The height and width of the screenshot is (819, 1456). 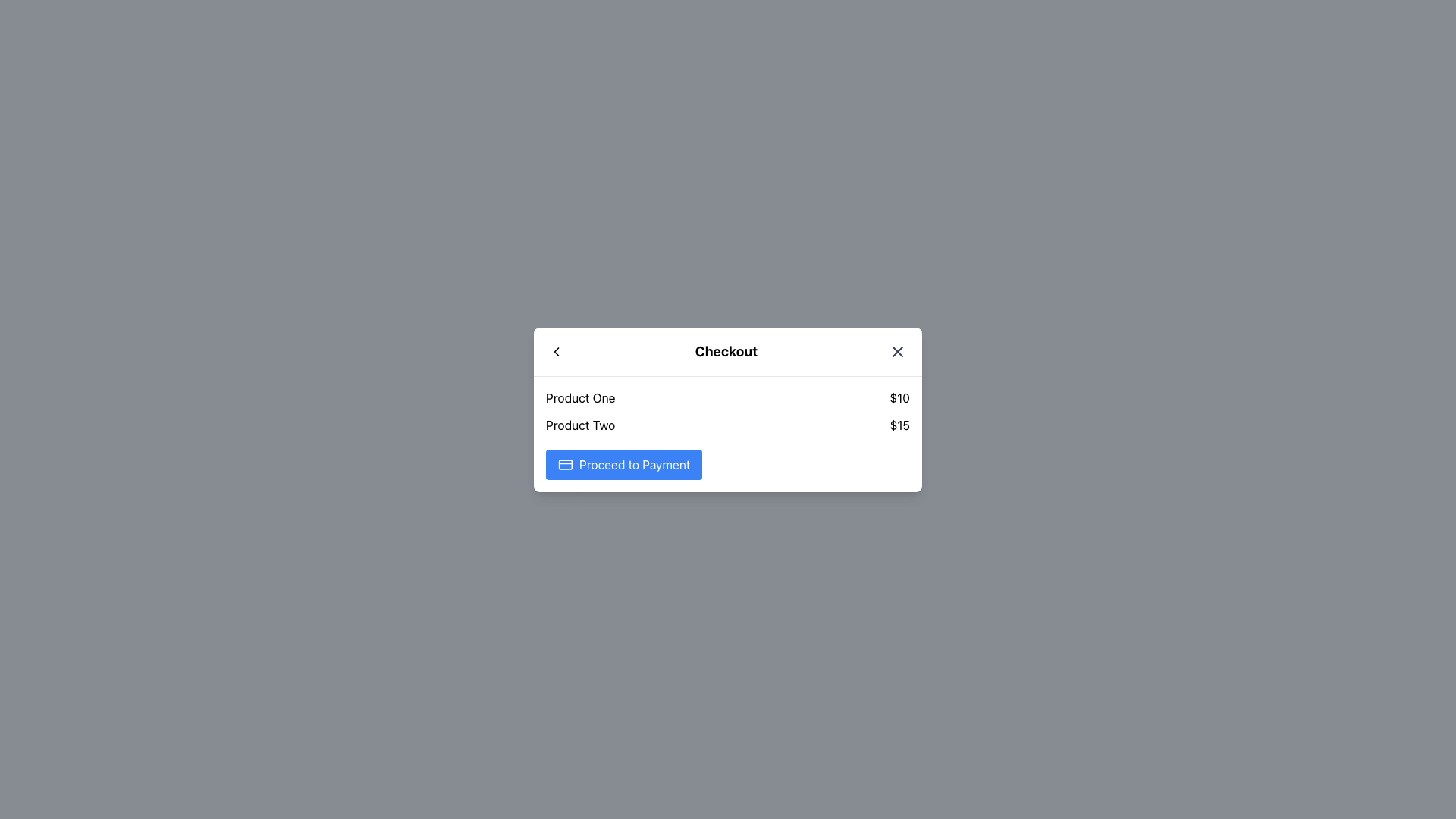 What do you see at coordinates (898, 351) in the screenshot?
I see `the close button represented by an 'X' symbol in medium gray color located in the top right corner of the dialog box` at bounding box center [898, 351].